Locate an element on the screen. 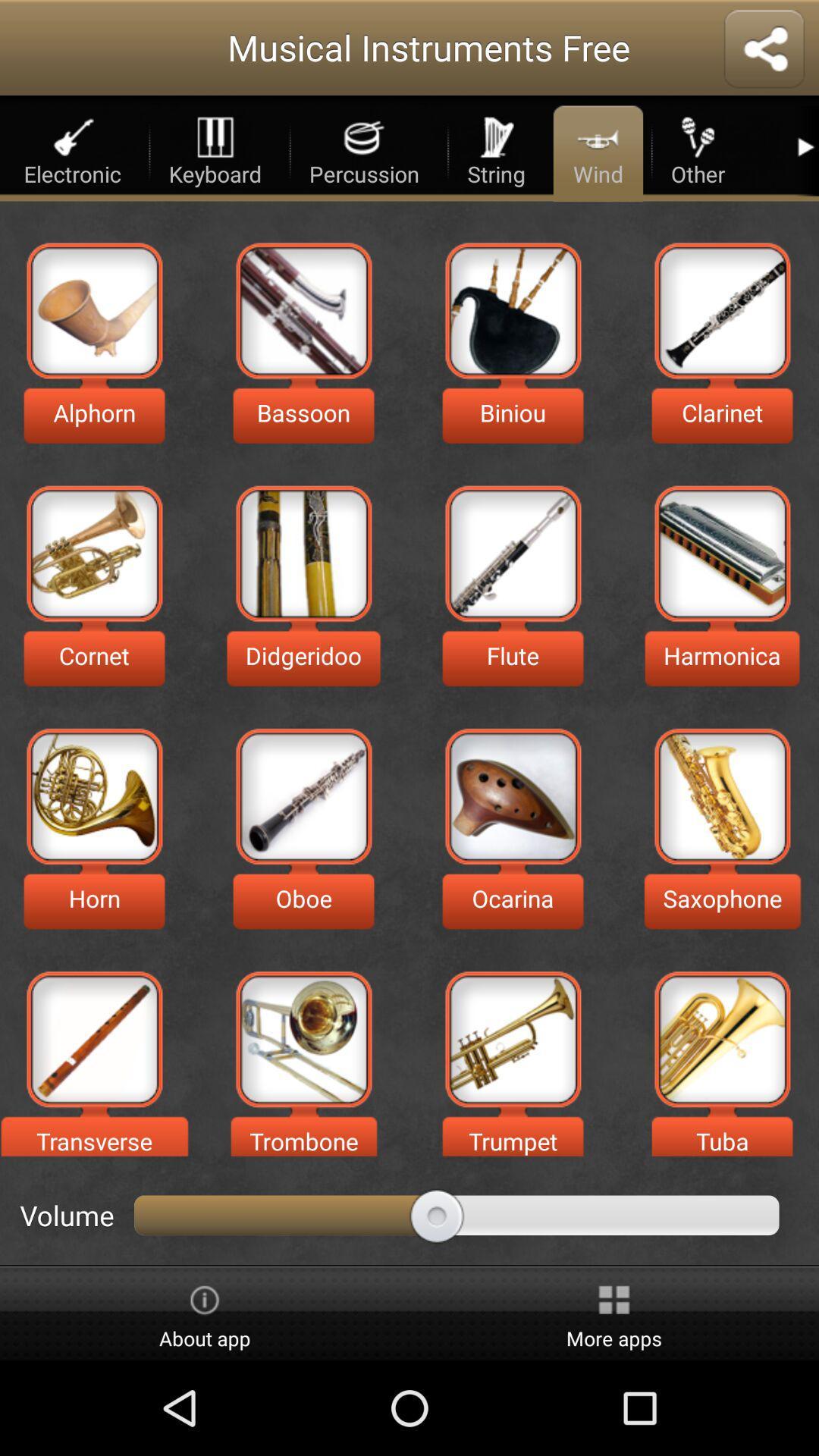  press for cornet is located at coordinates (94, 553).